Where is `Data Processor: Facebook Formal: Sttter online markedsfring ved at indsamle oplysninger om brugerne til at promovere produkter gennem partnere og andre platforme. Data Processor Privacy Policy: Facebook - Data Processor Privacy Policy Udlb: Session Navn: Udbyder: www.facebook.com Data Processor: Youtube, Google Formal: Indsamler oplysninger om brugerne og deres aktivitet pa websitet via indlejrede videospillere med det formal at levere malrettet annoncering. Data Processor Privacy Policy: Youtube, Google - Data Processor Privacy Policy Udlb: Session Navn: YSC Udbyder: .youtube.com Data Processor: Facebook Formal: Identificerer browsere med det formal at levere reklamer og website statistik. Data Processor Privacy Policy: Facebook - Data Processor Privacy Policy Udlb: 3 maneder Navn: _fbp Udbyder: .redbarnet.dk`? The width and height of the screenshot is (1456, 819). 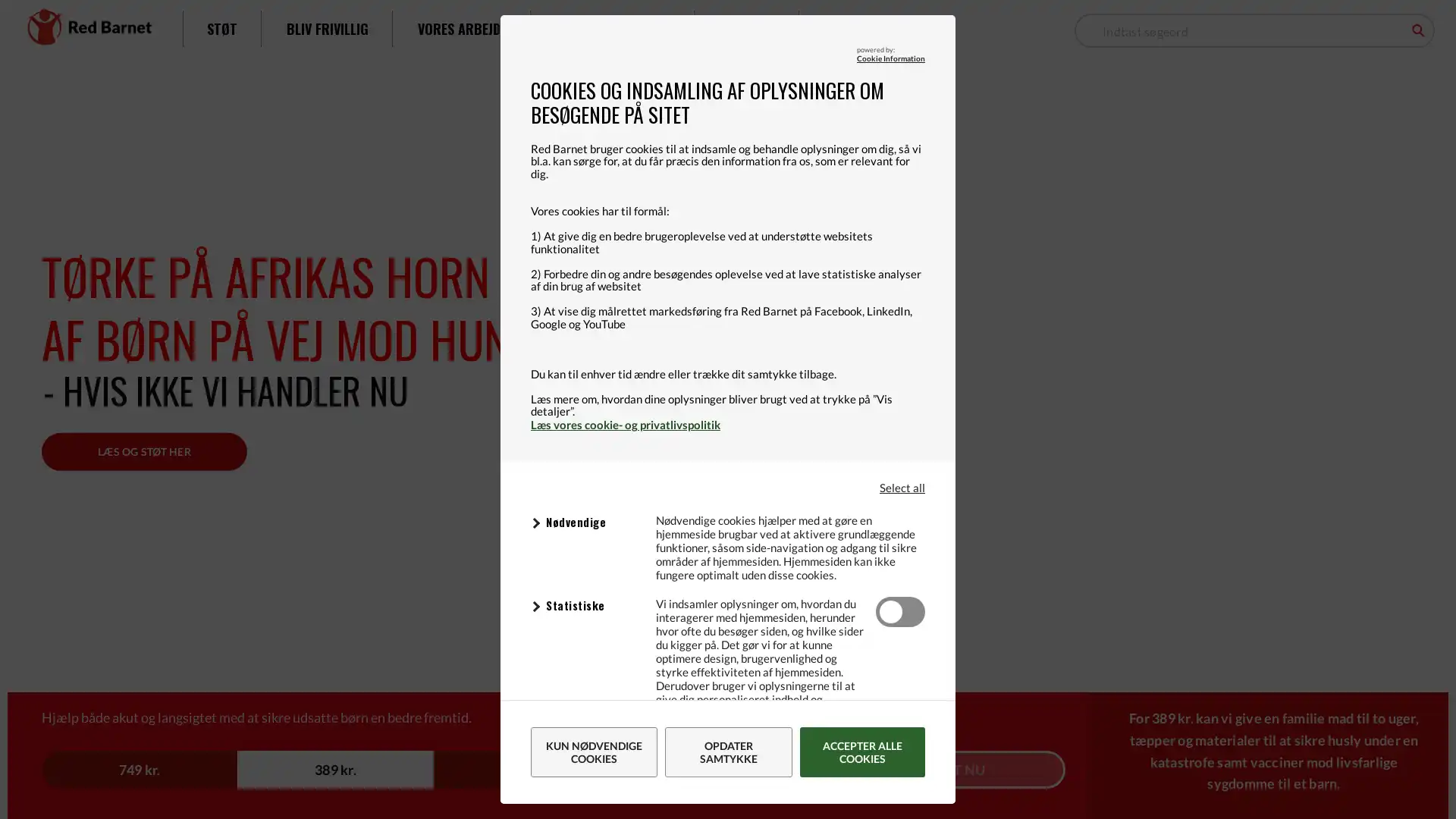 Data Processor: Facebook Formal: Sttter online markedsfring ved at indsamle oplysninger om brugerne til at promovere produkter gennem partnere og andre platforme. Data Processor Privacy Policy: Facebook - Data Processor Privacy Policy Udlb: Session Navn: Udbyder: www.facebook.com Data Processor: Youtube, Google Formal: Indsamler oplysninger om brugerne og deres aktivitet pa websitet via indlejrede videospillere med det formal at levere malrettet annoncering. Data Processor Privacy Policy: Youtube, Google - Data Processor Privacy Policy Udlb: Session Navn: YSC Udbyder: .youtube.com Data Processor: Facebook Formal: Identificerer browsere med det formal at levere reklamer og website statistik. Data Processor Privacy Policy: Facebook - Data Processor Privacy Policy Udlb: 3 maneder Navn: _fbp Udbyder: .redbarnet.dk is located at coordinates (585, 744).